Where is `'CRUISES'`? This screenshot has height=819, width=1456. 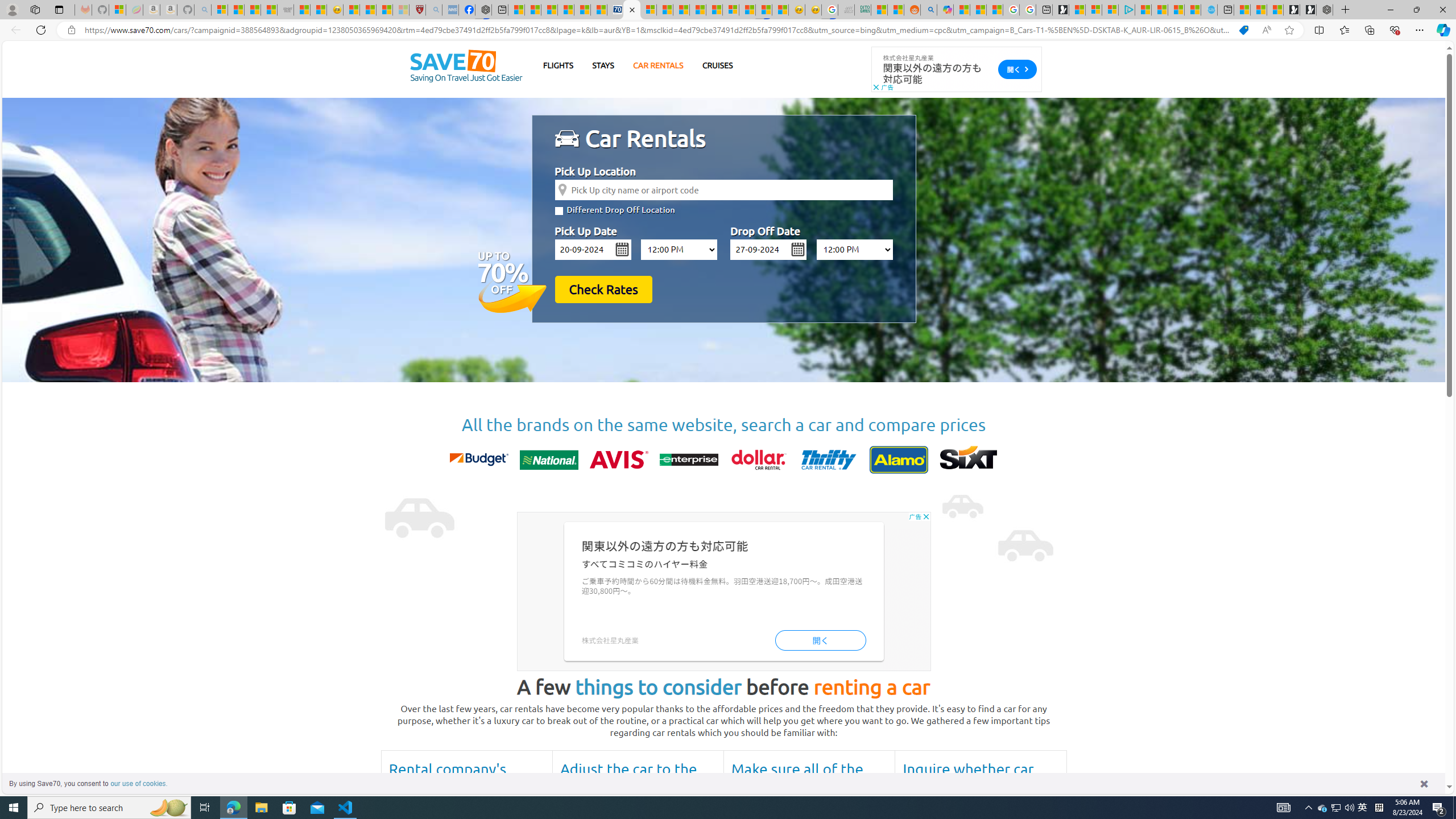
'CRUISES' is located at coordinates (716, 65).